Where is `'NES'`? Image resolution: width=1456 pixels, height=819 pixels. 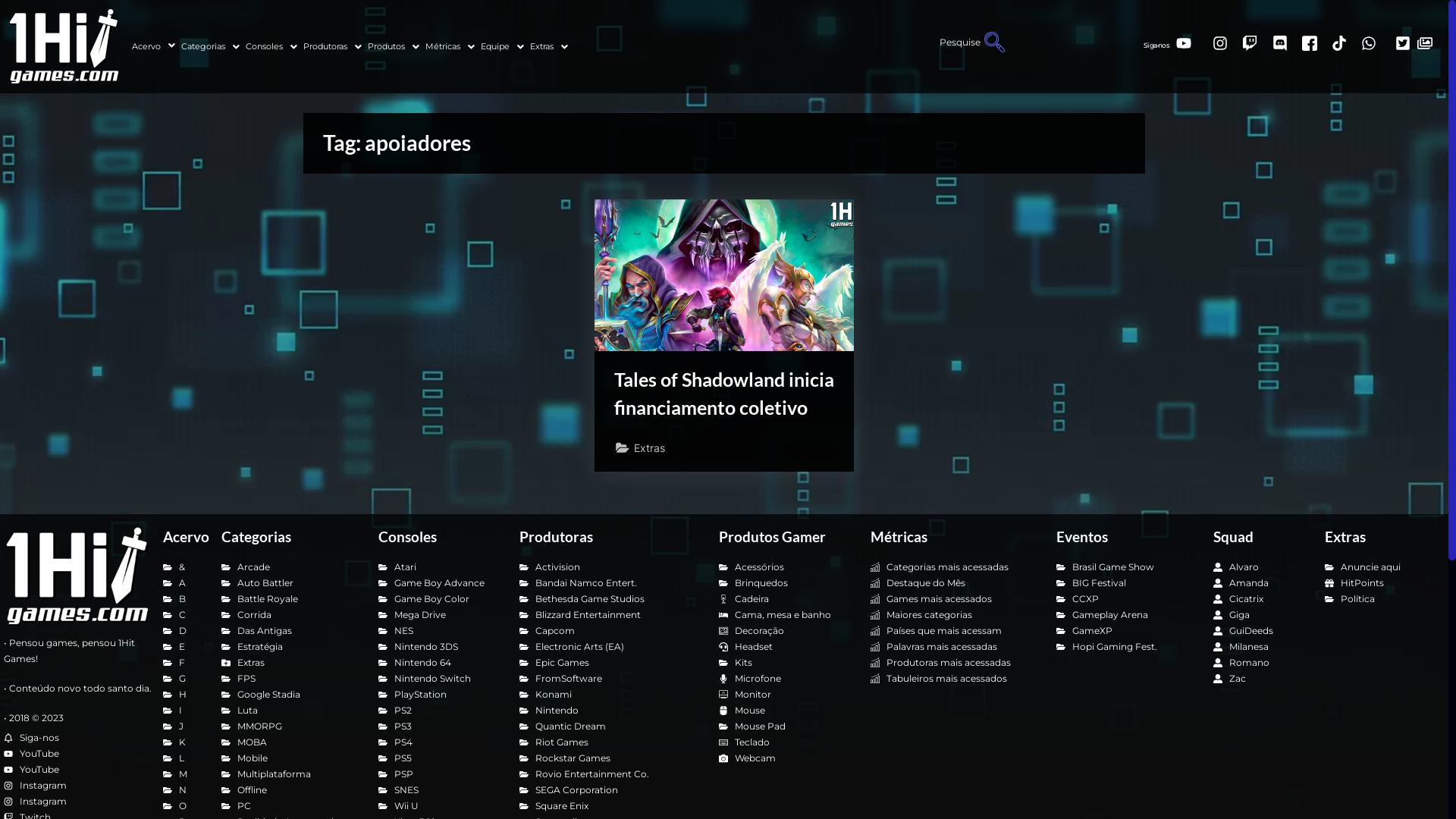
'NES' is located at coordinates (440, 630).